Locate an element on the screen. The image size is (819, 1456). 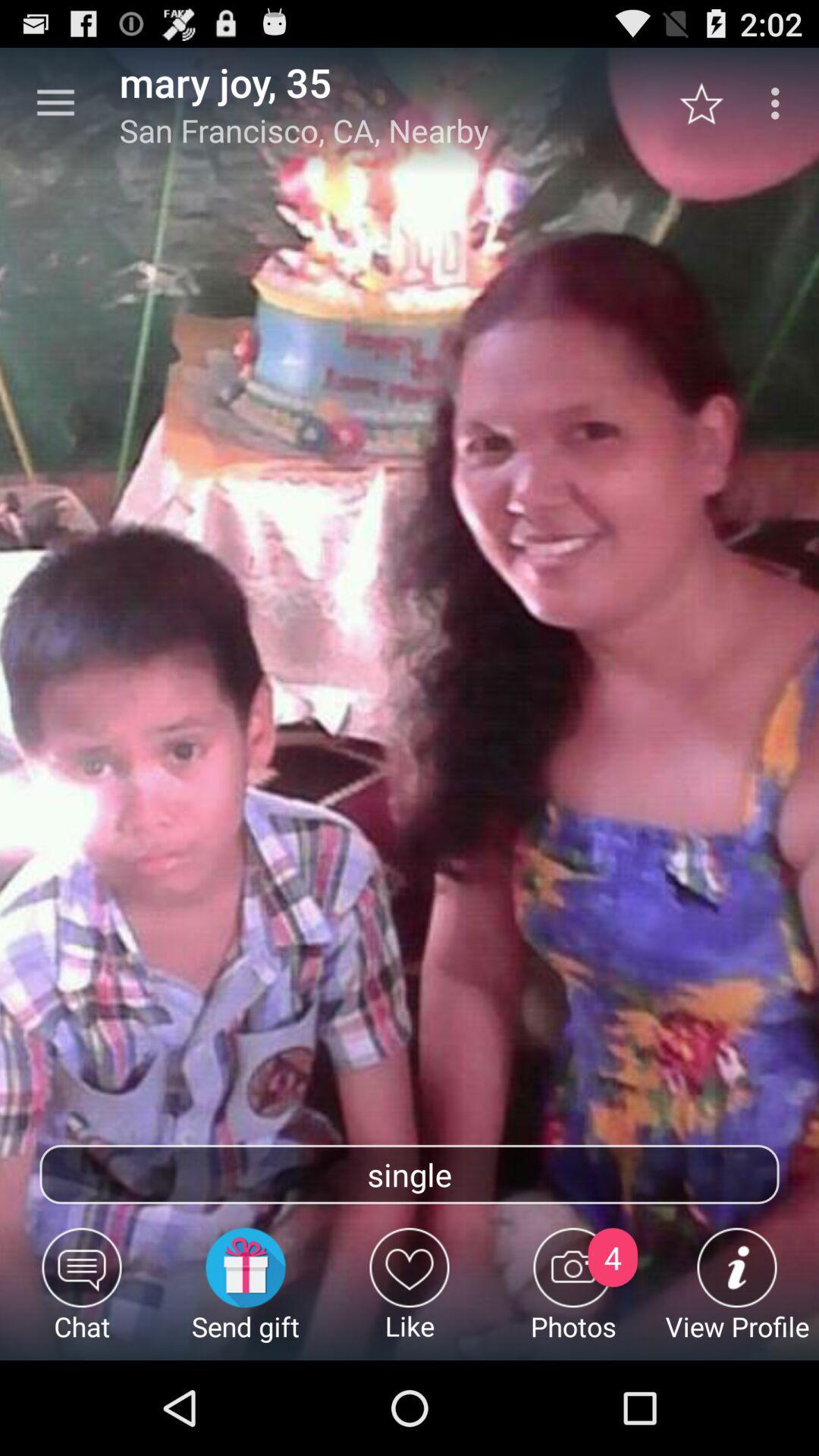
app to the left of the mary joy, 35 item is located at coordinates (55, 102).